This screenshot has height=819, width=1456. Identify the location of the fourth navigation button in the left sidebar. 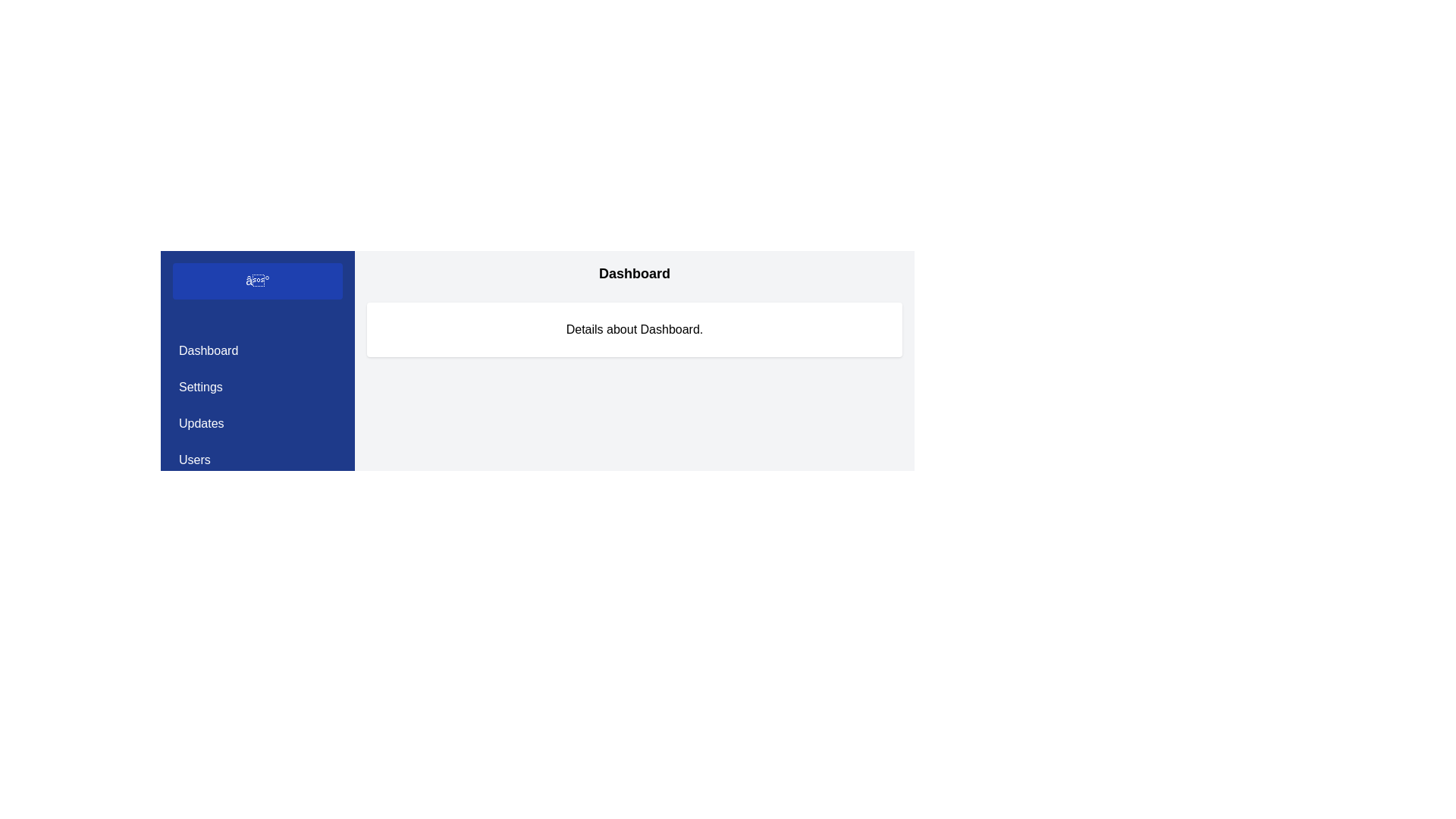
(258, 459).